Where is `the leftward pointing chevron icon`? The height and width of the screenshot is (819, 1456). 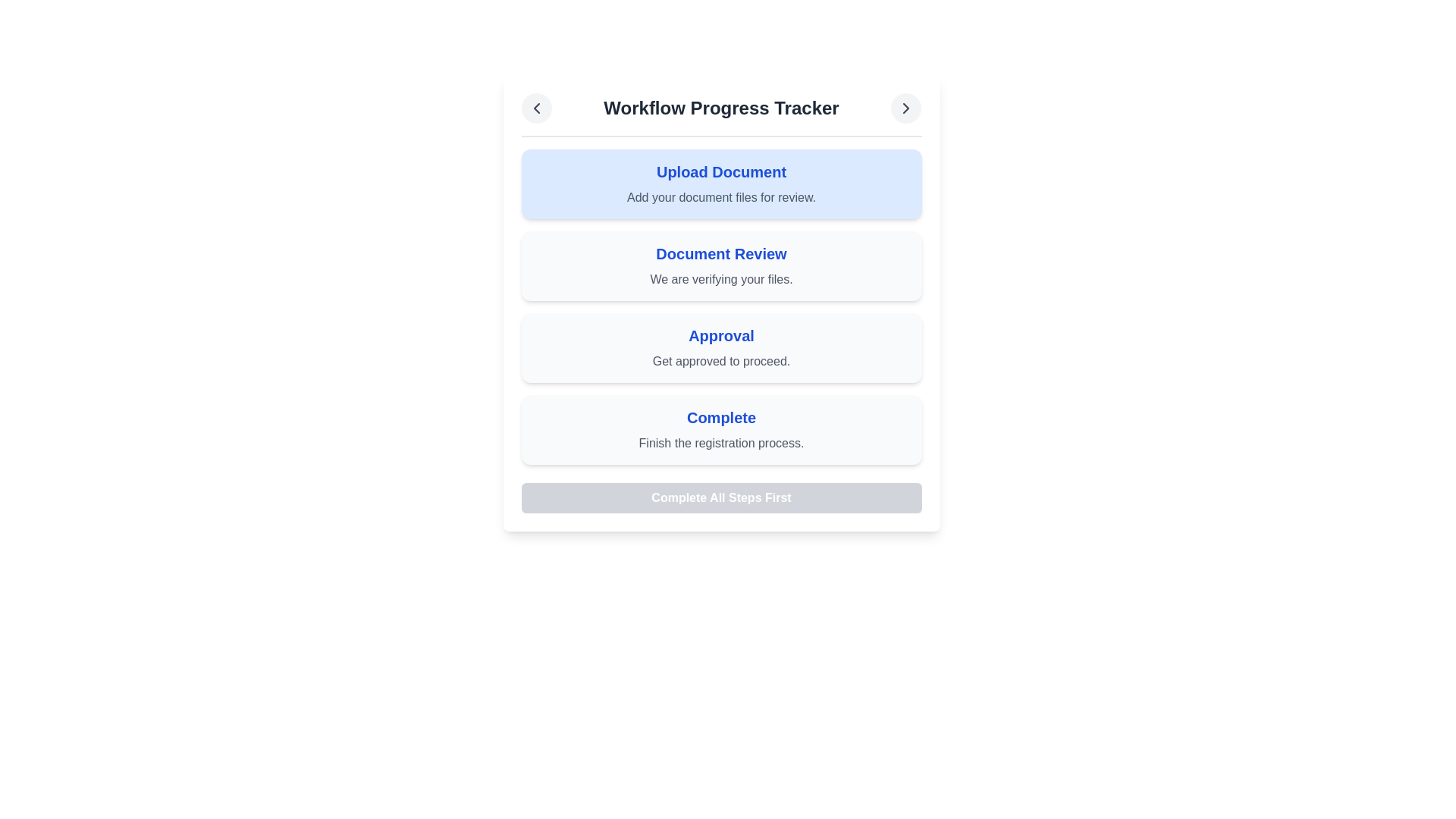 the leftward pointing chevron icon is located at coordinates (536, 107).